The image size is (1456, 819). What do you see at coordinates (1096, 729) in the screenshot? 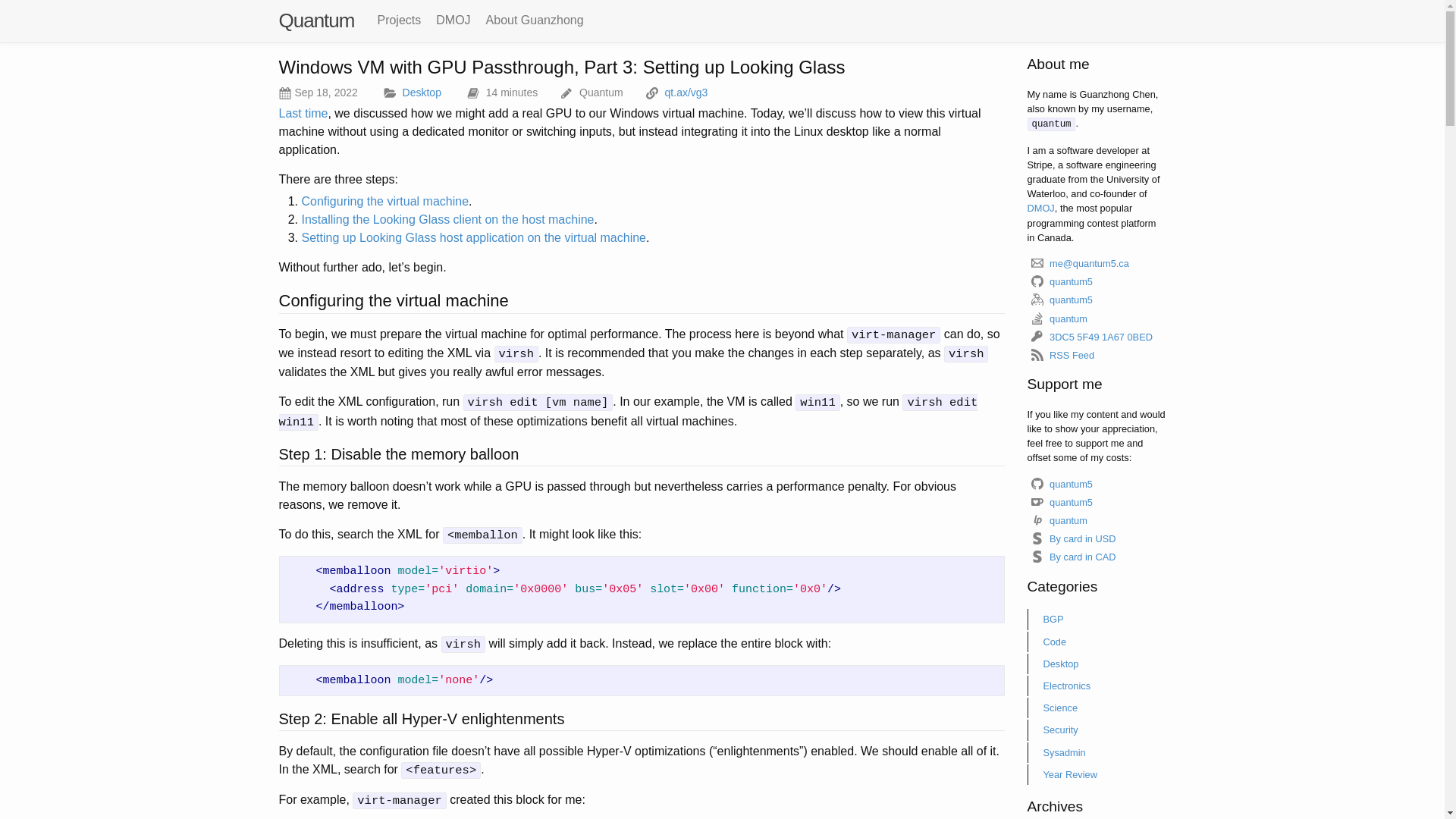
I see `'Security'` at bounding box center [1096, 729].